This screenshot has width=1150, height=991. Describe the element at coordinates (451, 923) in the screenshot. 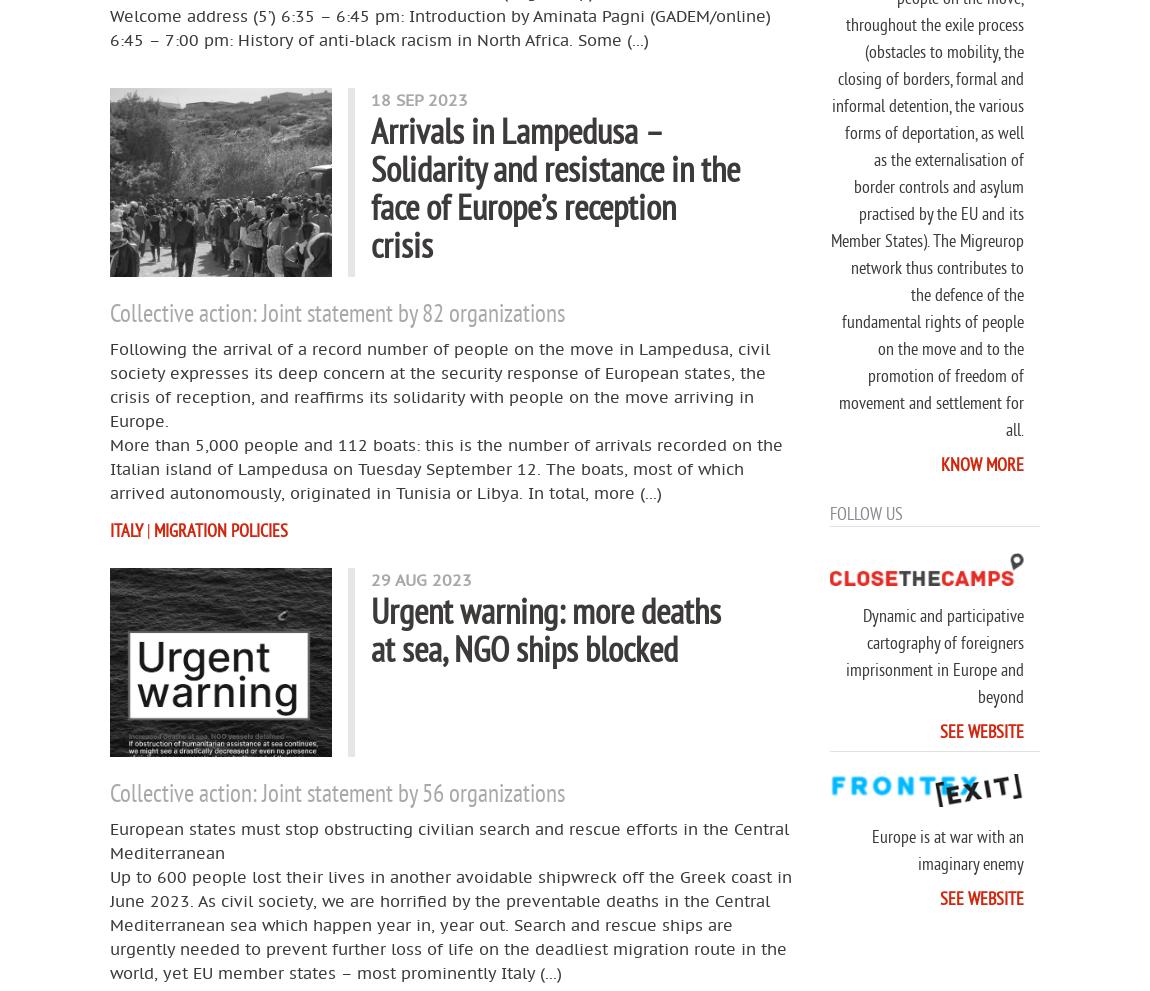

I see `'Up to 600 people lost their lives in another avoidable shipwreck off the Greek coast in June 2023. As civil society, we are horrified by the preventable deaths in the Central Mediterranean sea which happen year in, year out. Search and rescue ships are urgently needed to prevent further loss of life on the deadliest migration route in the world, yet EU member states – most prominently Italy (...)'` at that location.